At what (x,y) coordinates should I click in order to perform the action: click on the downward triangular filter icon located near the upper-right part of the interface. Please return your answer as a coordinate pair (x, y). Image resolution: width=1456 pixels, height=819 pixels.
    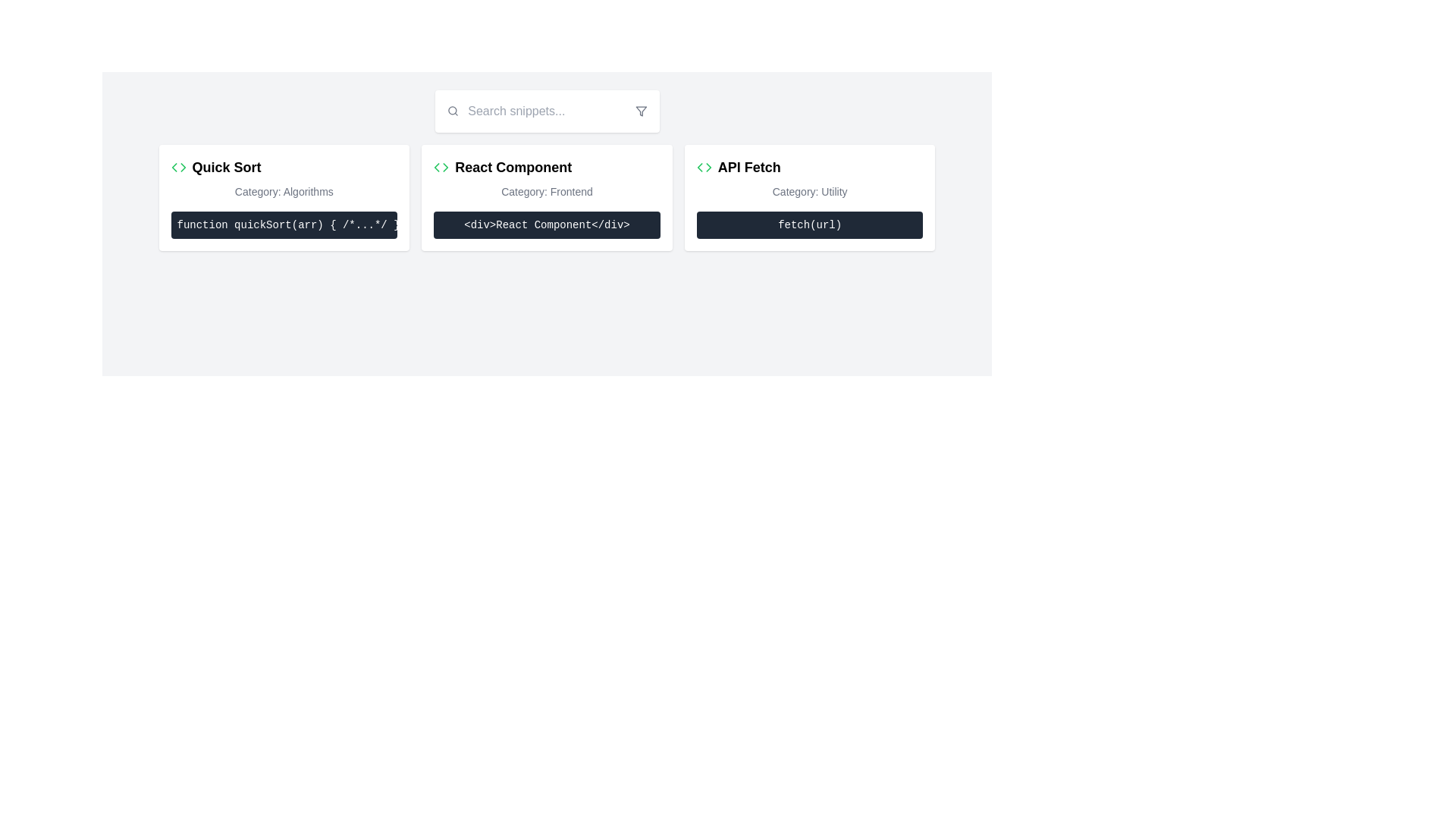
    Looking at the image, I should click on (641, 110).